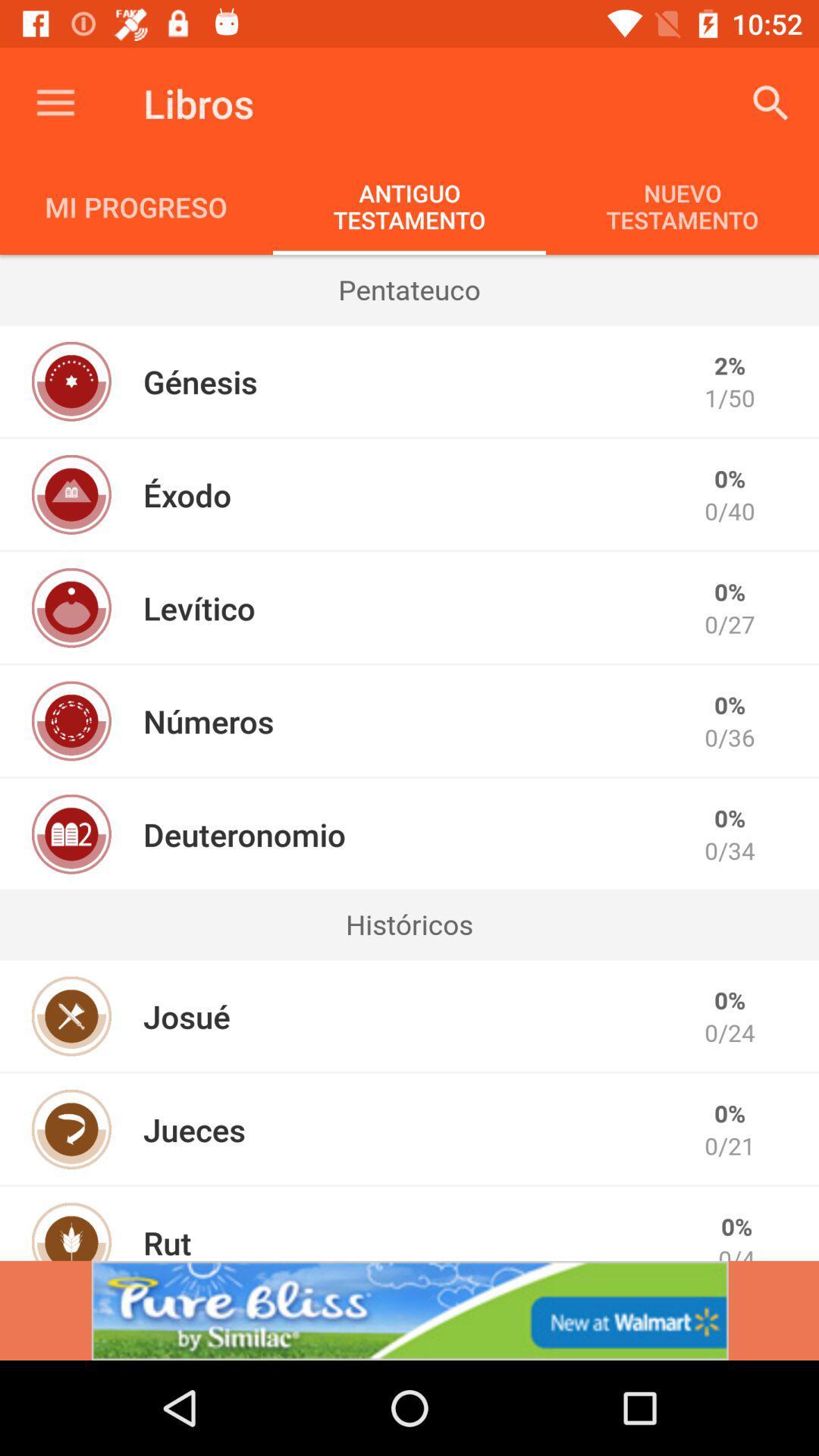 The height and width of the screenshot is (1456, 819). I want to click on the 2% icon, so click(729, 365).